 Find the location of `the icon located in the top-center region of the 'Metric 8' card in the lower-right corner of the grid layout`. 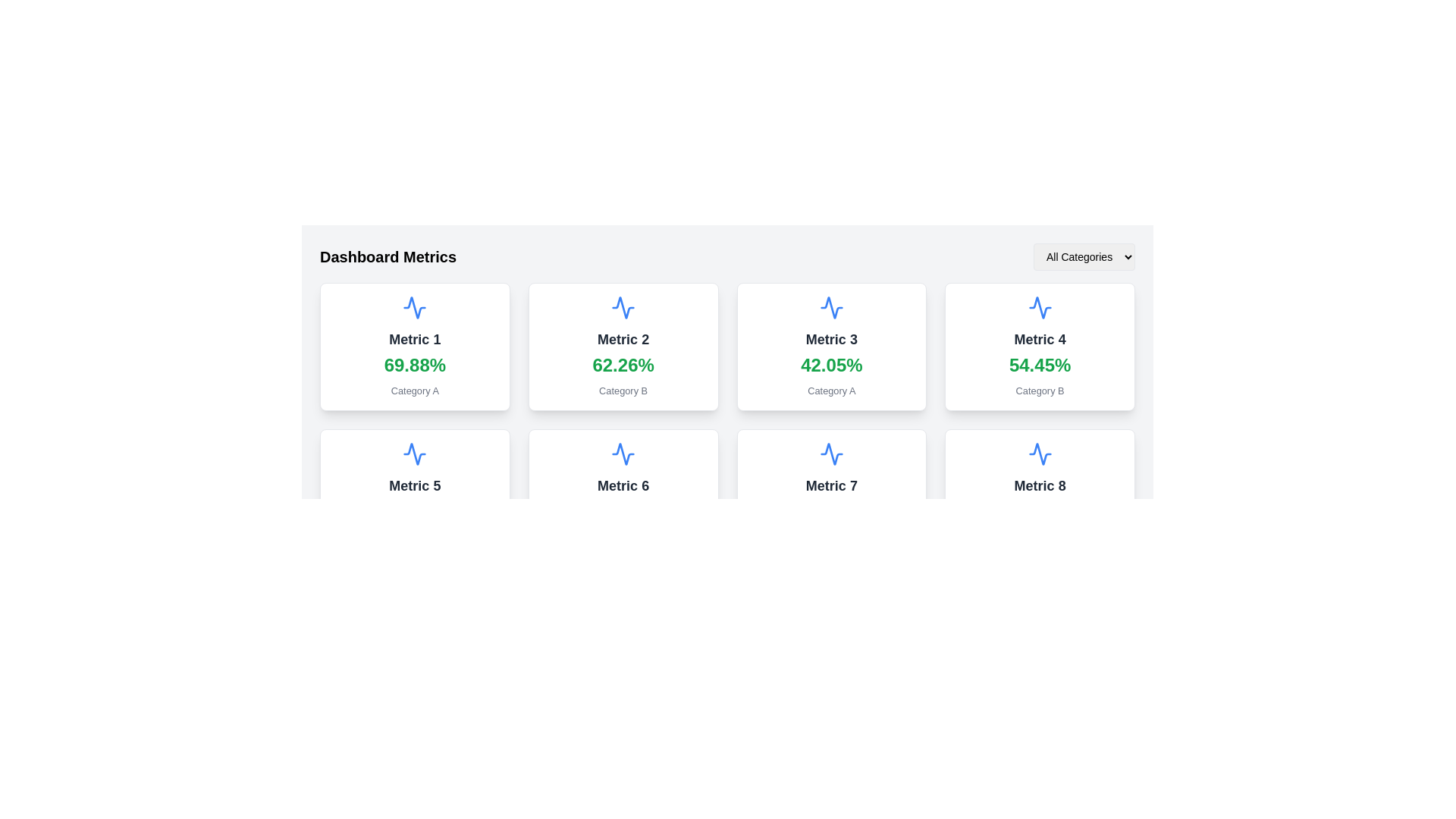

the icon located in the top-center region of the 'Metric 8' card in the lower-right corner of the grid layout is located at coordinates (1039, 453).